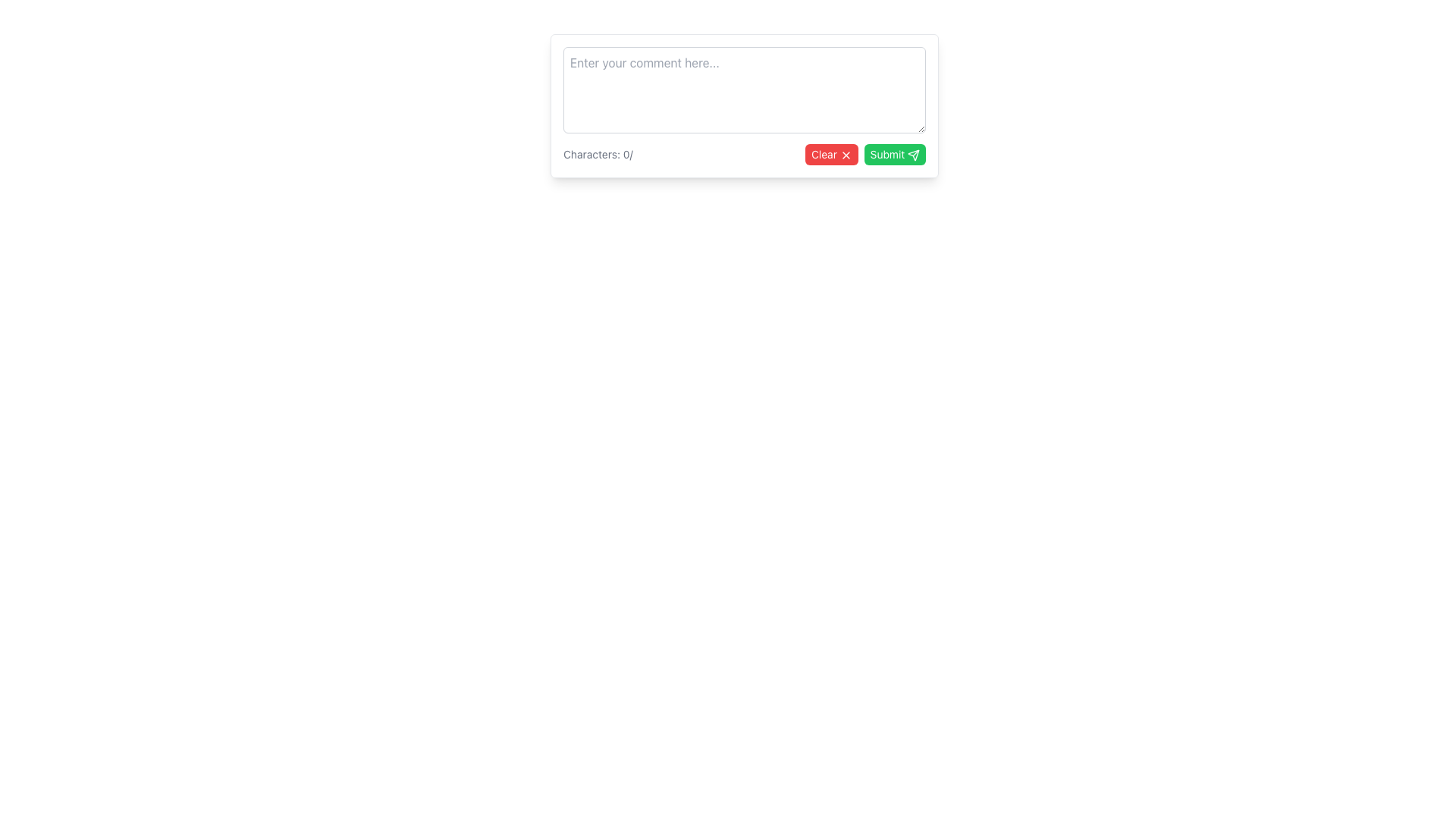 The height and width of the screenshot is (819, 1456). What do you see at coordinates (845, 155) in the screenshot?
I see `the cross (X) icon located inside the 'Clear' button in the form section, which is centrally aligned and has a red background` at bounding box center [845, 155].